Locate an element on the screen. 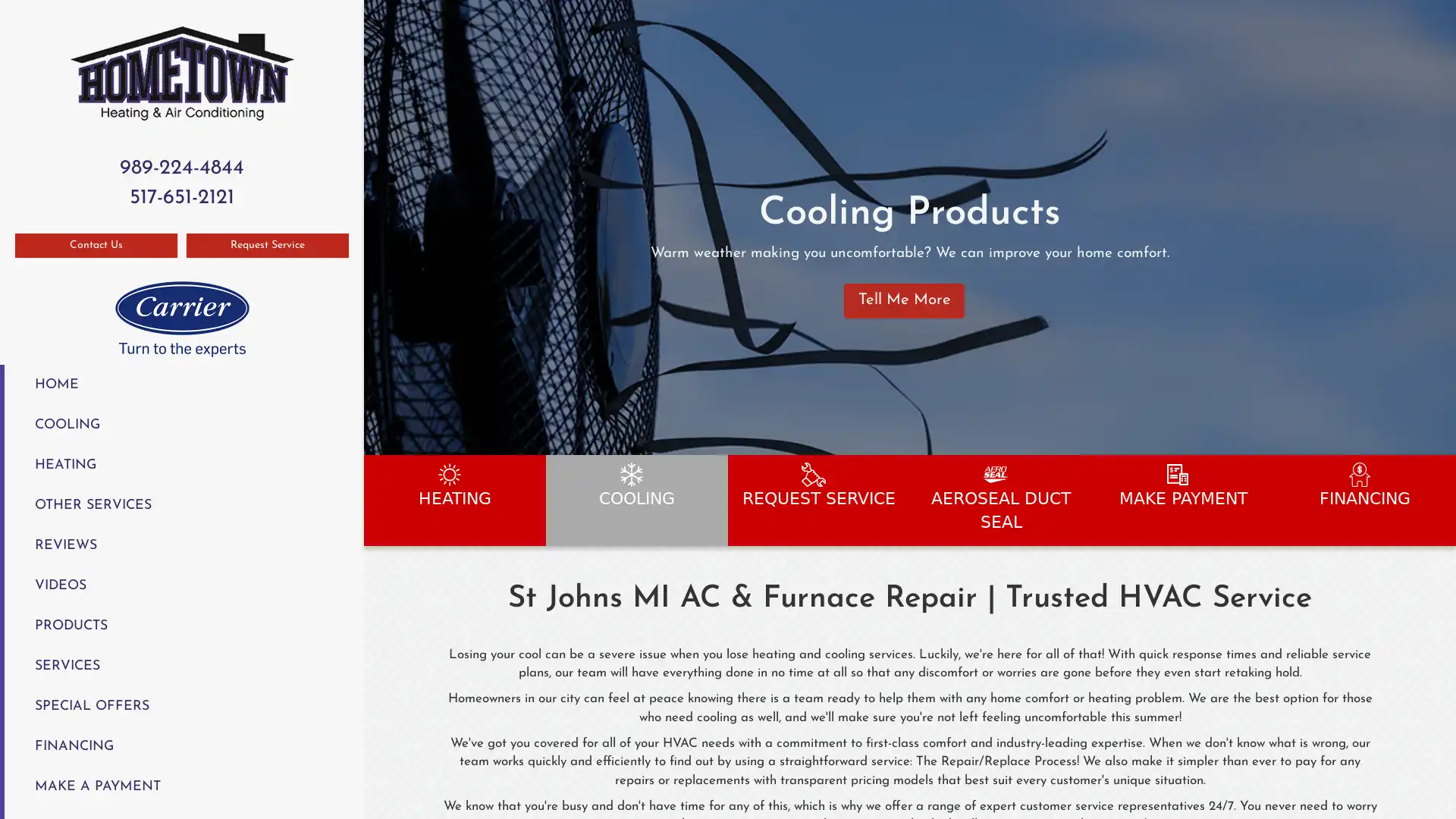 This screenshot has width=1456, height=819. Next is located at coordinates (1438, 227).